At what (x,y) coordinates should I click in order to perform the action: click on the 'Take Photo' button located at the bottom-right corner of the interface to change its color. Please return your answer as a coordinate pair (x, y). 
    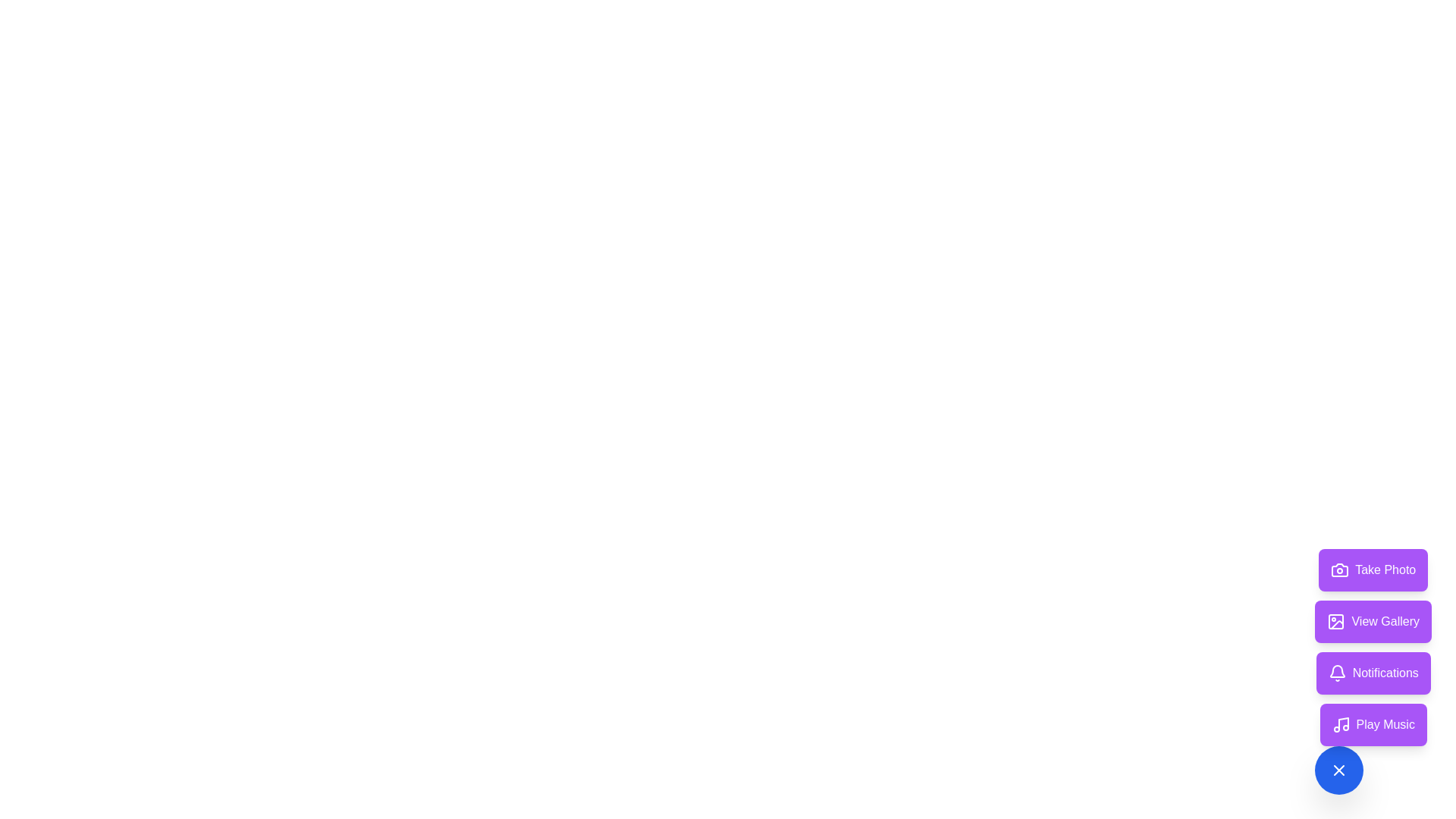
    Looking at the image, I should click on (1373, 570).